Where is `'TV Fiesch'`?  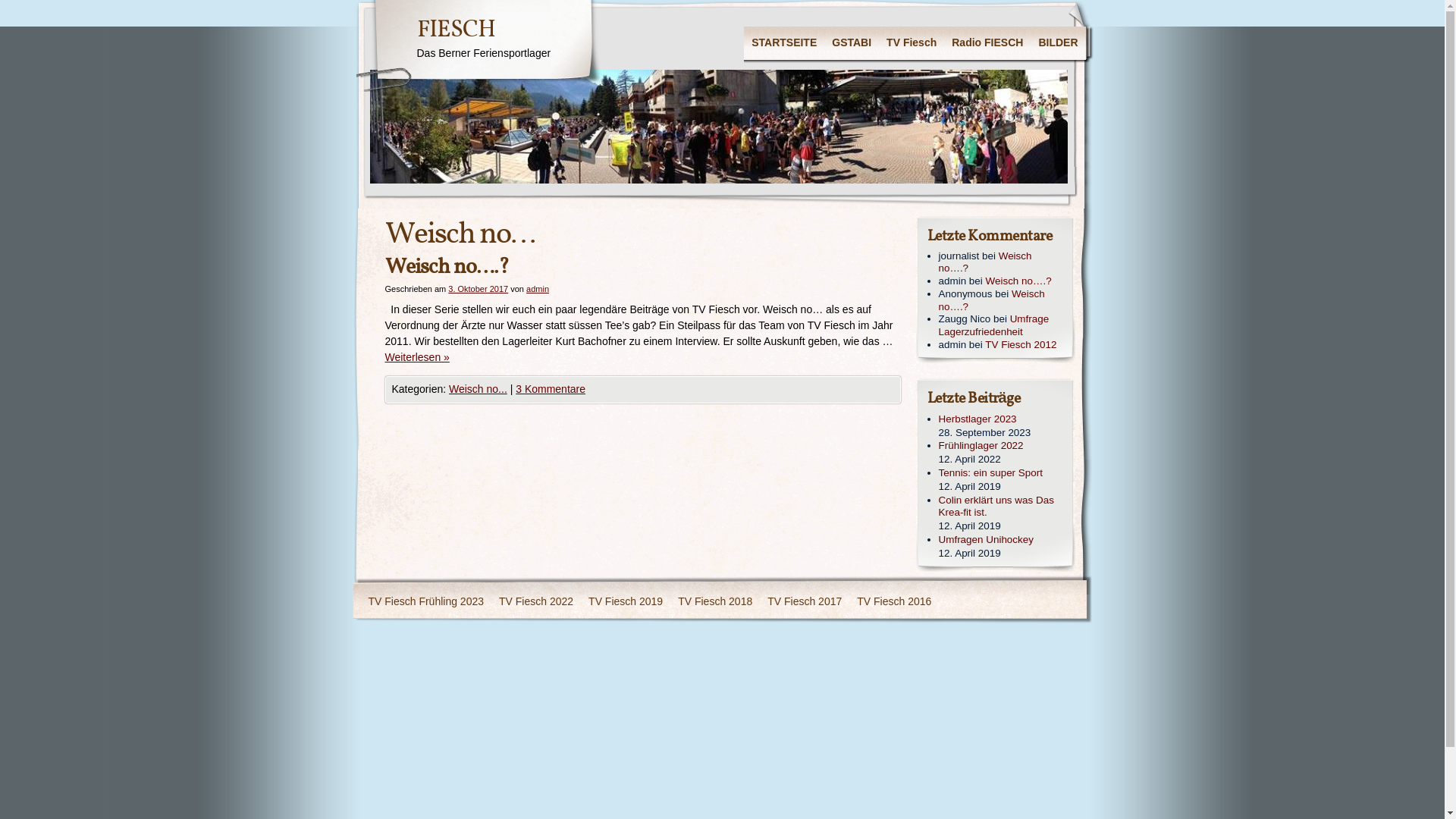 'TV Fiesch' is located at coordinates (910, 42).